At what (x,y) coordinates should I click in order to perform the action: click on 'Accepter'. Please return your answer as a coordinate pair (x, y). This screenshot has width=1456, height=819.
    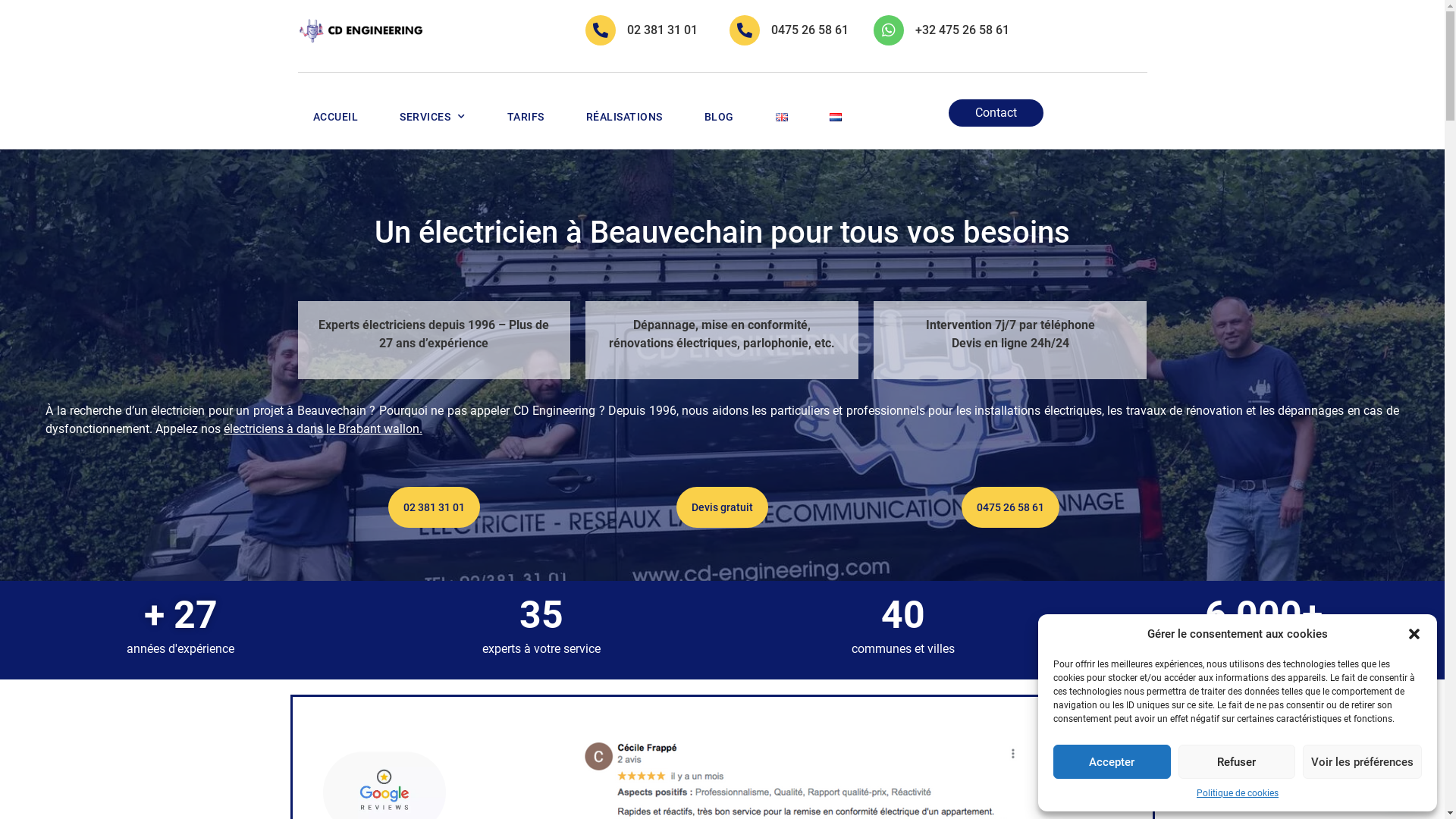
    Looking at the image, I should click on (1052, 761).